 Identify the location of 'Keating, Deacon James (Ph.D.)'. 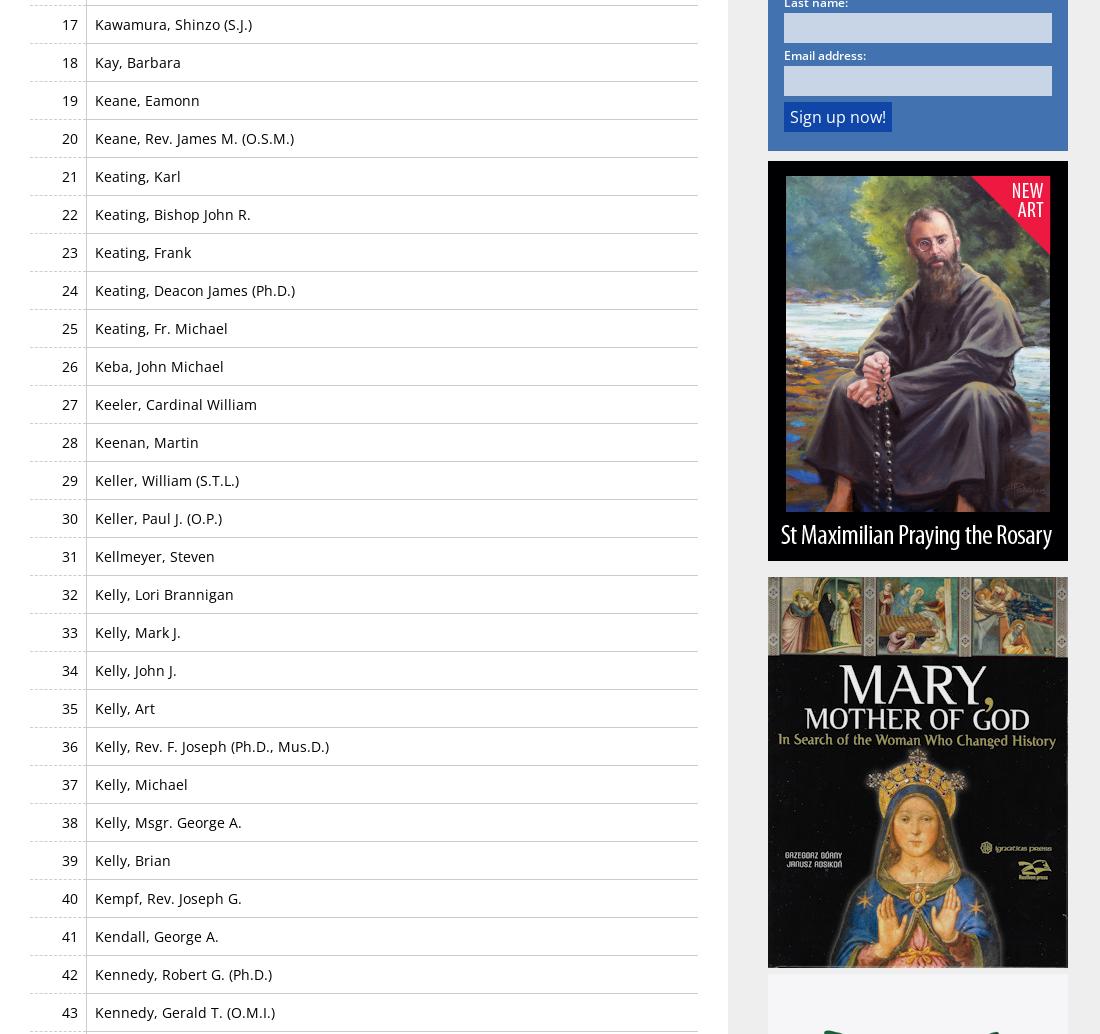
(194, 288).